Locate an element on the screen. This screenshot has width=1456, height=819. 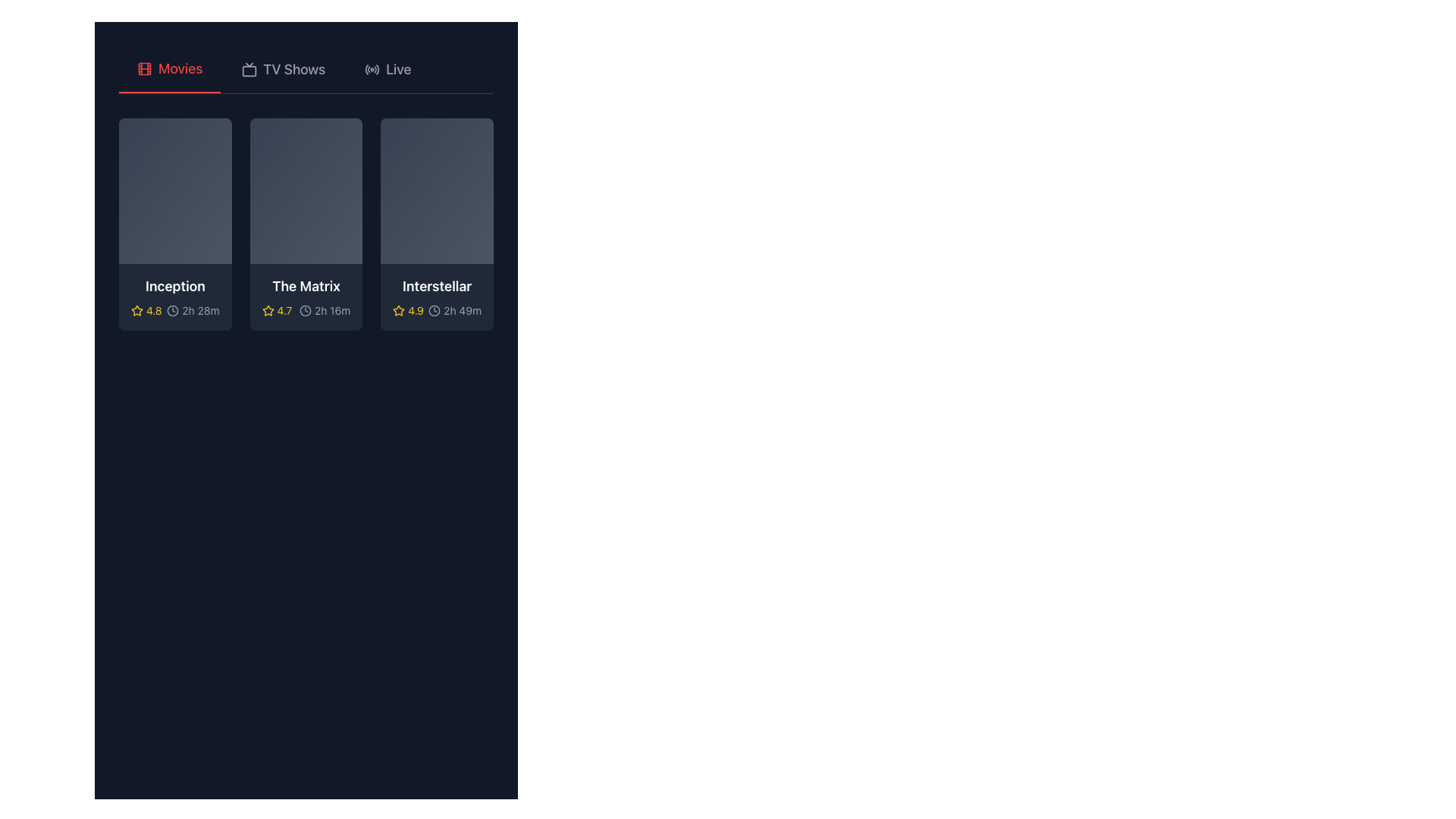
text displayed on the label that indicates the duration of the movie 'The Matrix', which is located in the second card, positioned to the right of the clock icon and under the movie's rating is located at coordinates (331, 309).